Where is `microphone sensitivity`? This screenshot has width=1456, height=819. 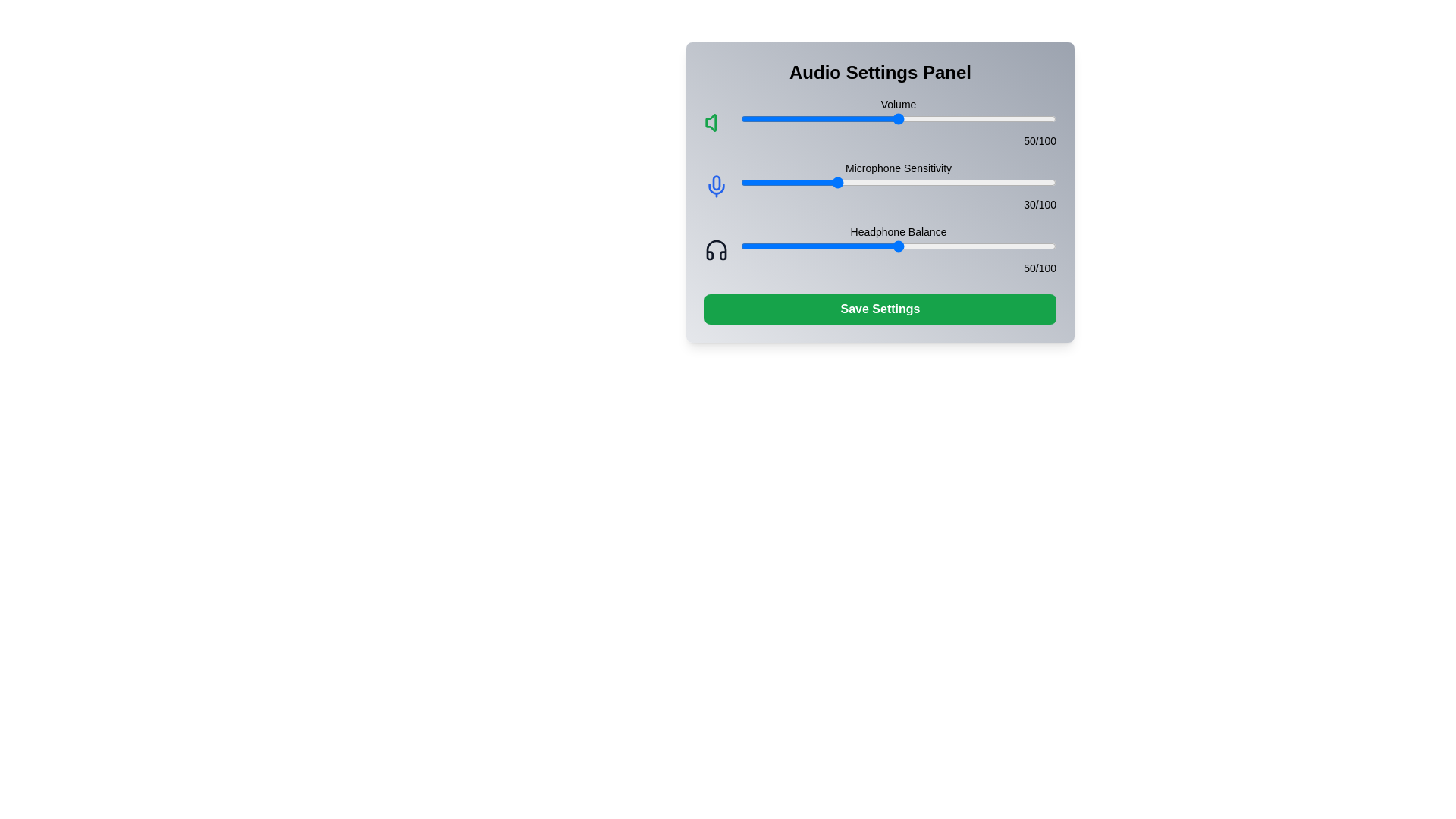
microphone sensitivity is located at coordinates (1015, 181).